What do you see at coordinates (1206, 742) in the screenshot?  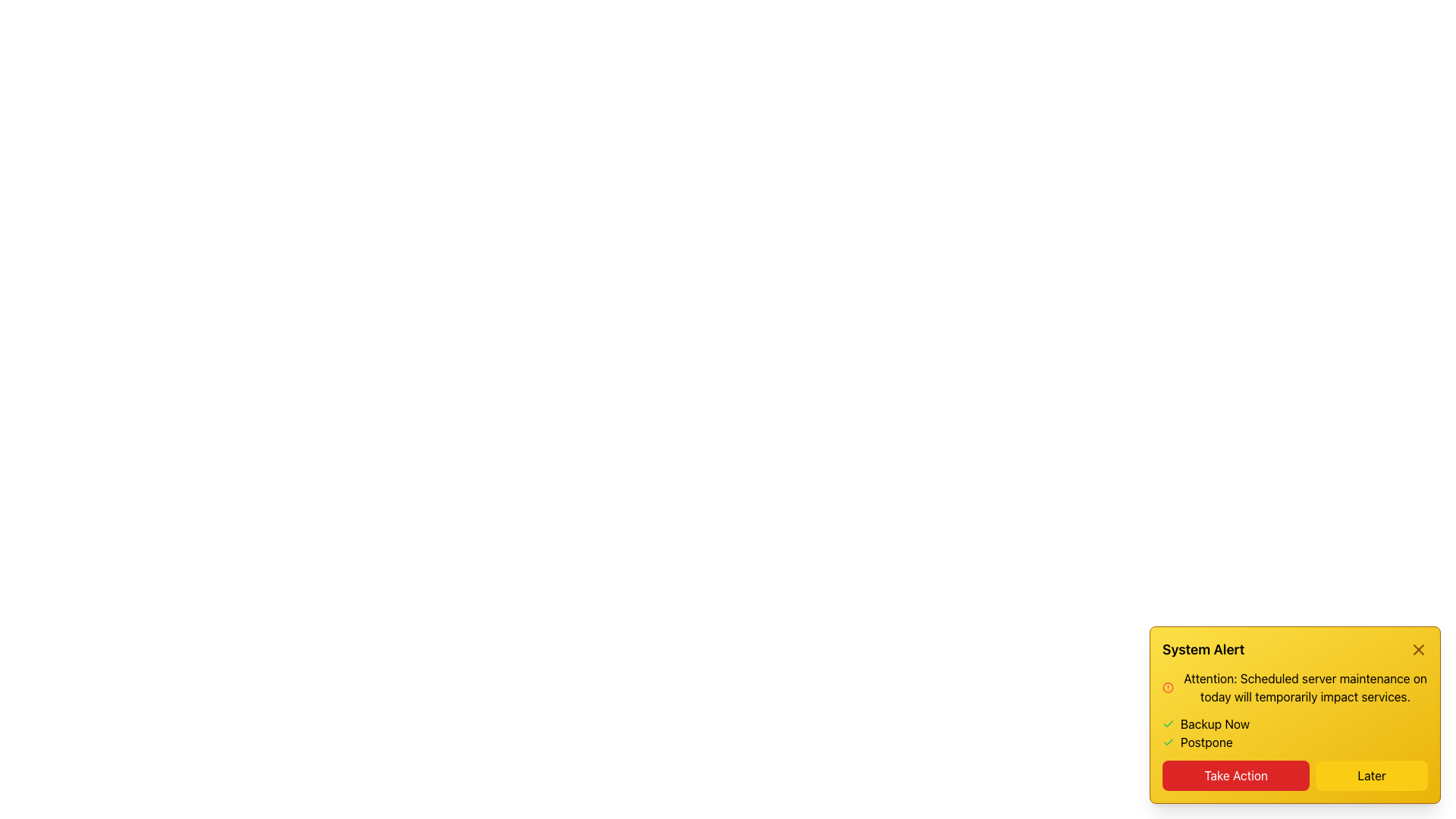 I see `the status text indicating postponement in the 'System Alert' notification card, located below 'Backup Now'` at bounding box center [1206, 742].